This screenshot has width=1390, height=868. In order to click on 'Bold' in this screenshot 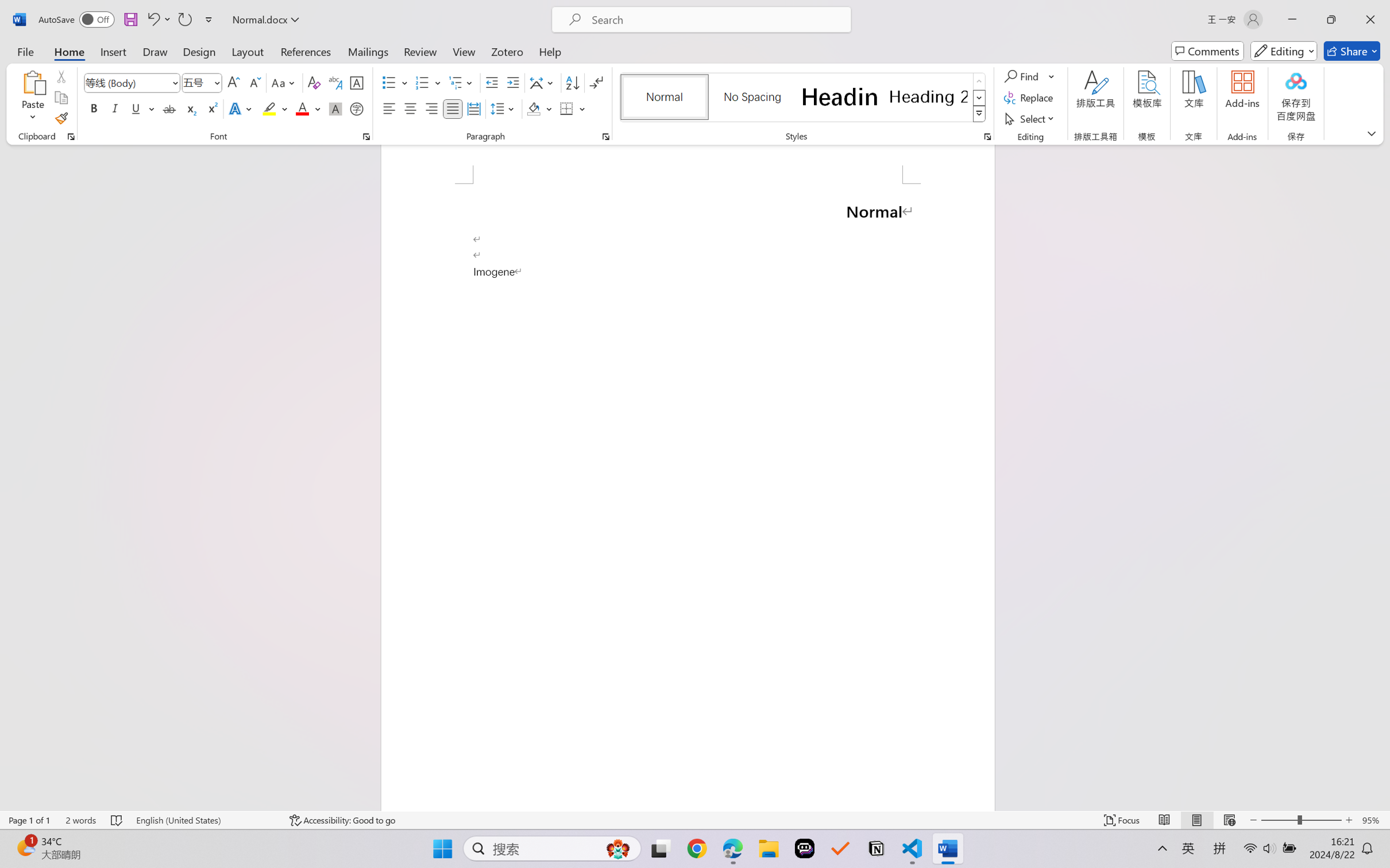, I will do `click(94, 108)`.